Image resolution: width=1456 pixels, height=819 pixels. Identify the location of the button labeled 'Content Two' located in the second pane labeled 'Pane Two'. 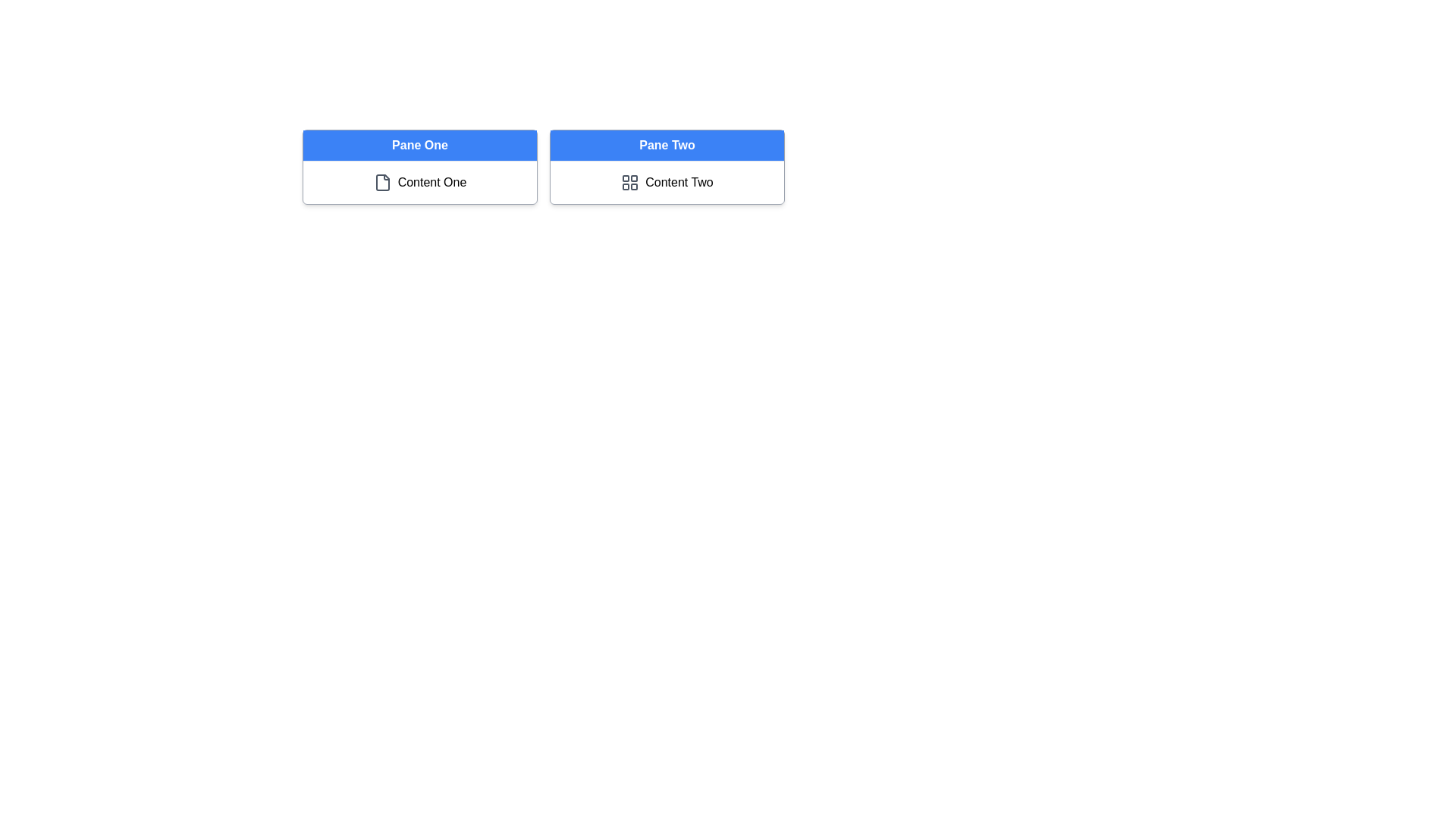
(667, 181).